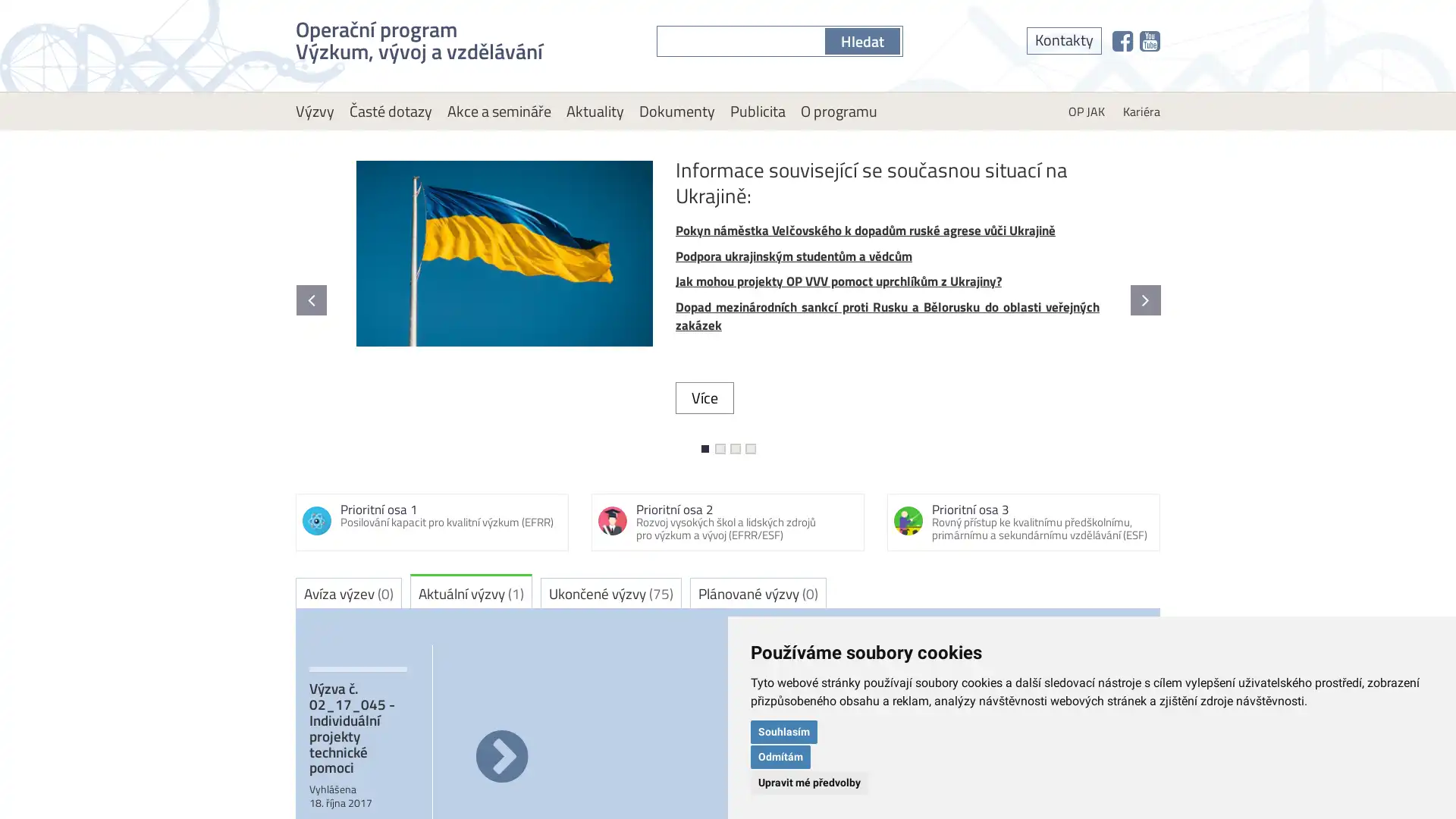  I want to click on Souhlasim, so click(783, 730).